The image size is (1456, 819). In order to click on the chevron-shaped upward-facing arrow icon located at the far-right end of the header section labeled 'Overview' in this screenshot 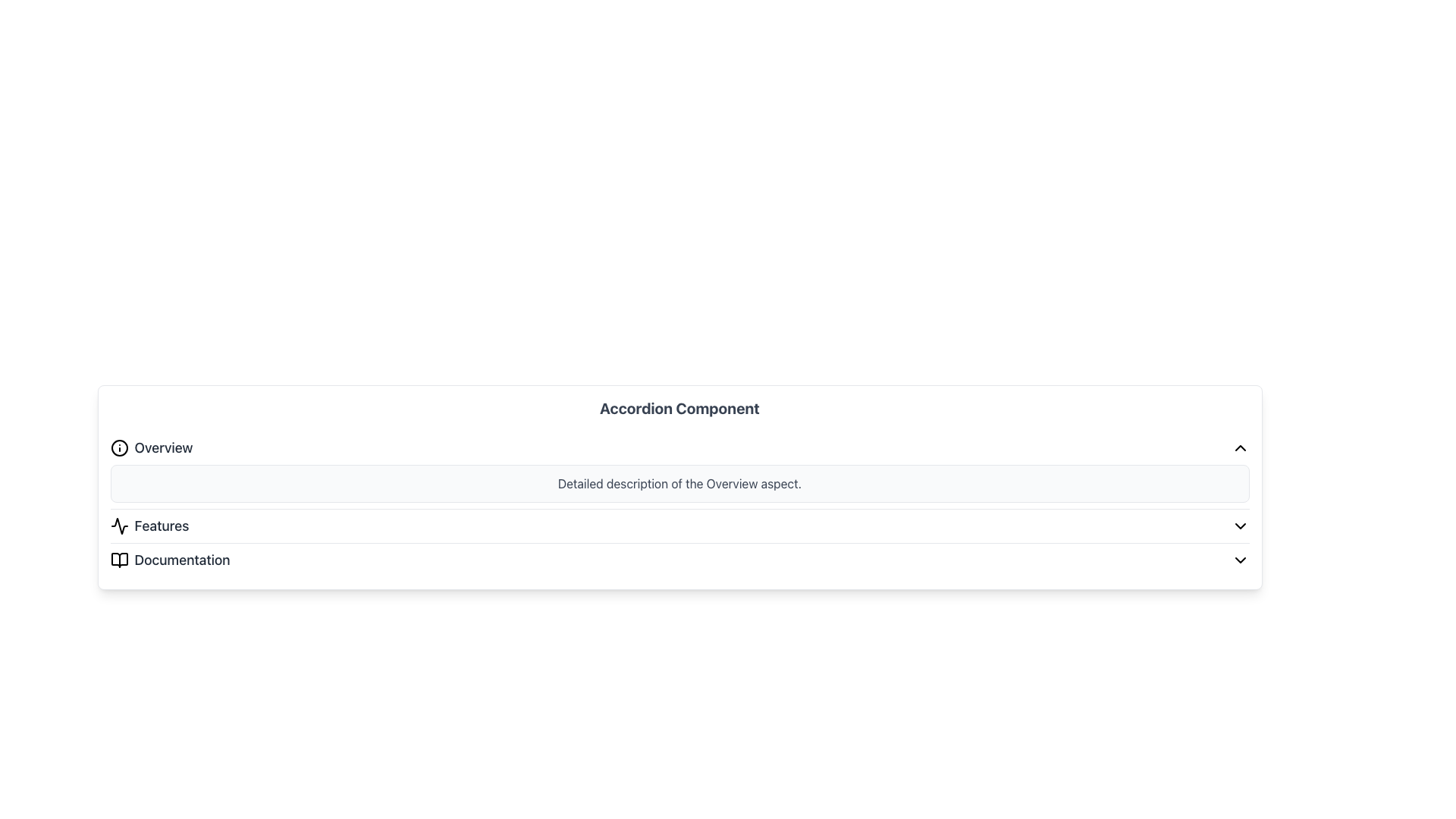, I will do `click(1240, 447)`.